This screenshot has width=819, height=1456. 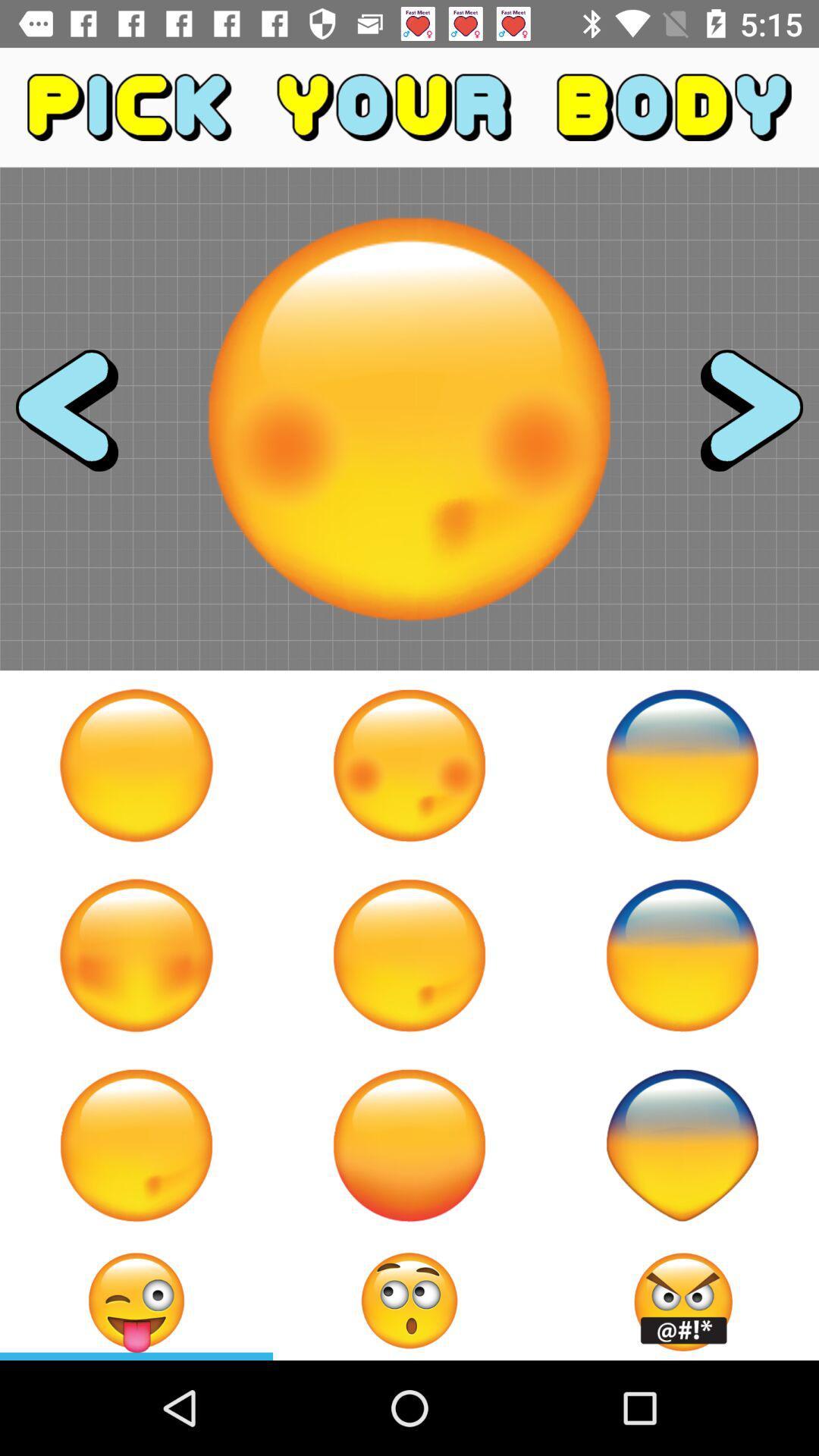 What do you see at coordinates (409, 1145) in the screenshot?
I see `8th body` at bounding box center [409, 1145].